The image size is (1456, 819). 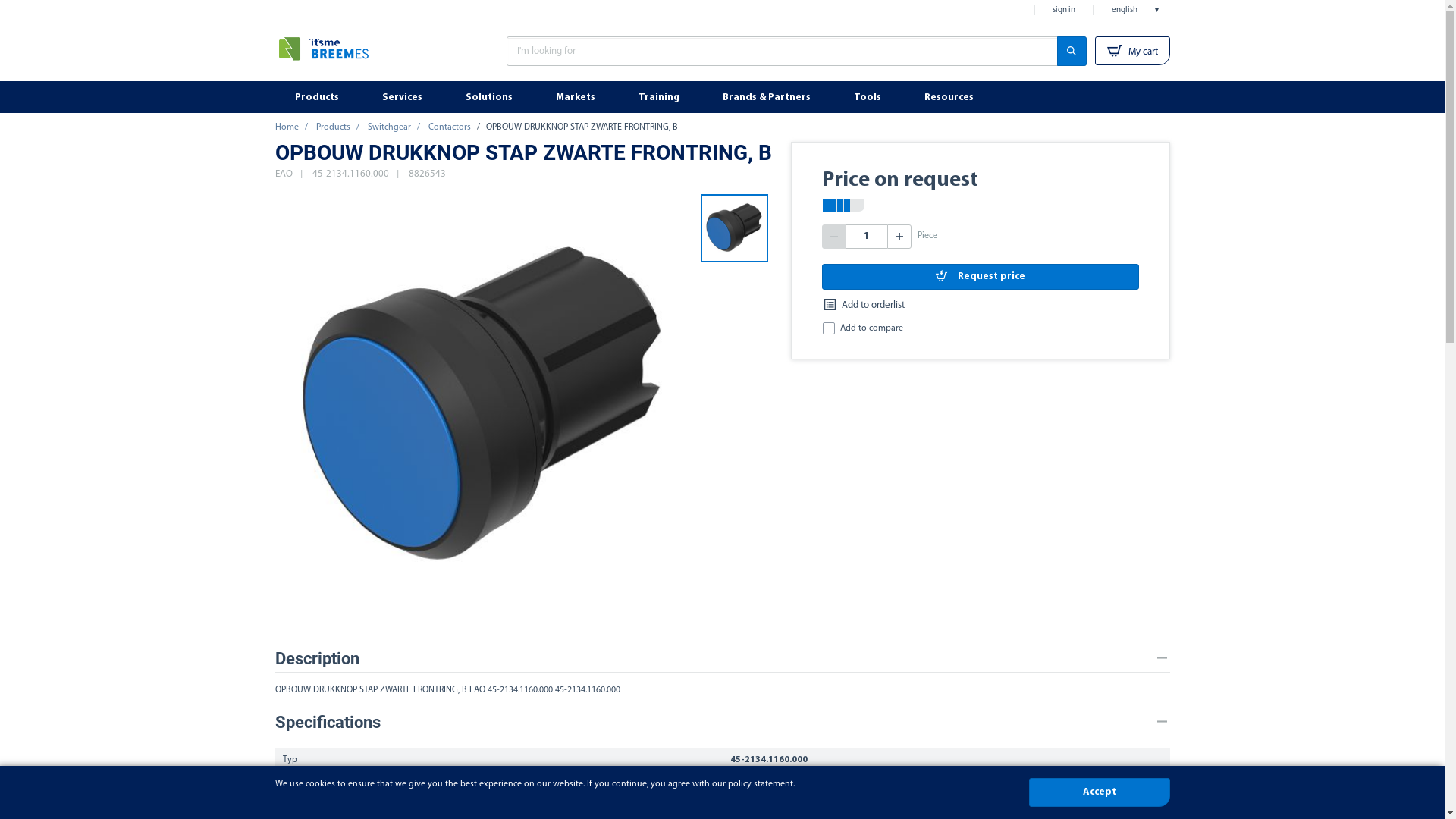 I want to click on 'Training', so click(x=661, y=96).